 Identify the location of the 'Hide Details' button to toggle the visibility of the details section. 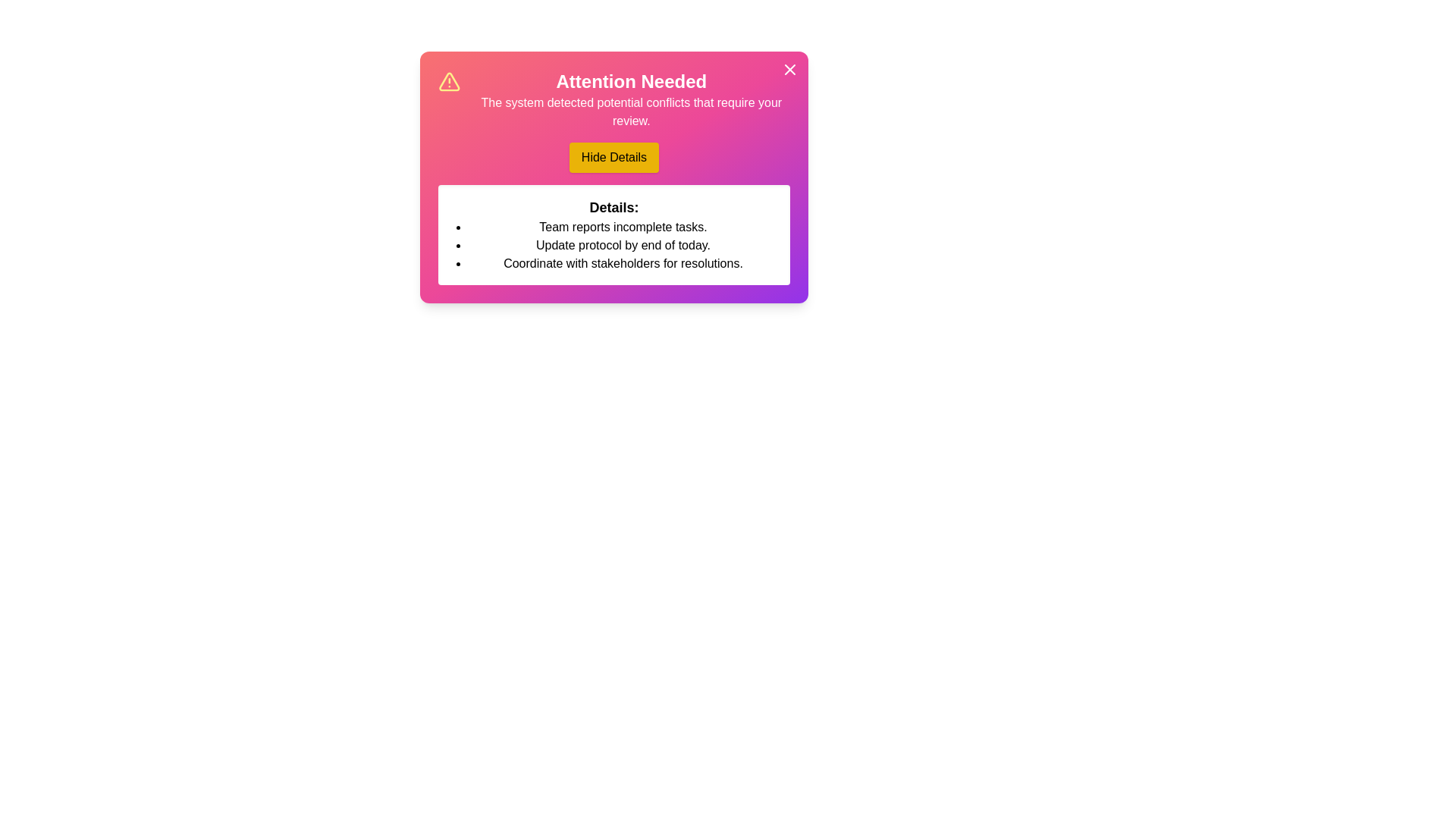
(614, 158).